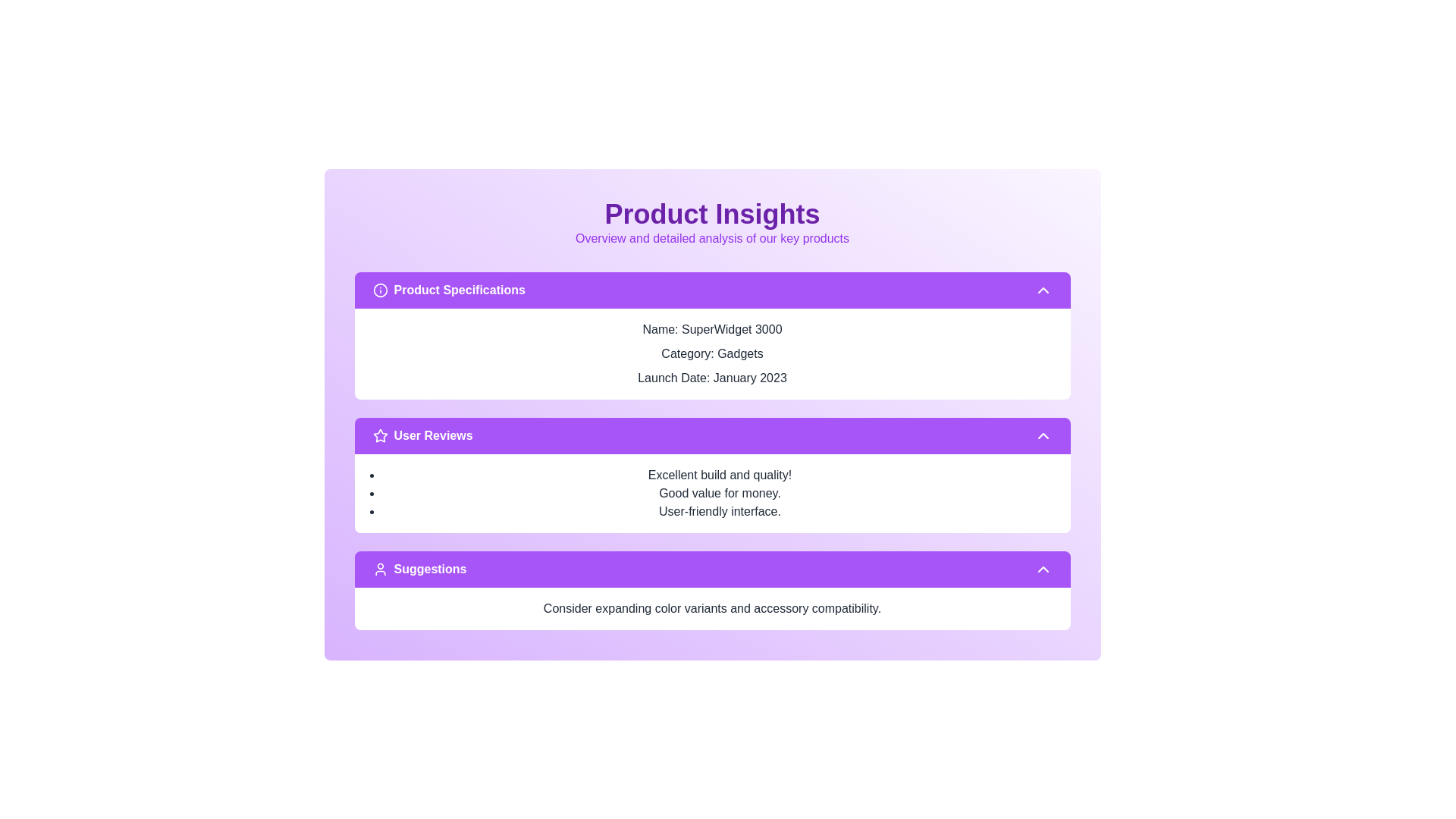 The image size is (1456, 819). Describe the element at coordinates (432, 435) in the screenshot. I see `the 'User Reviews' section header, which is a bold white text label on a purple background` at that location.